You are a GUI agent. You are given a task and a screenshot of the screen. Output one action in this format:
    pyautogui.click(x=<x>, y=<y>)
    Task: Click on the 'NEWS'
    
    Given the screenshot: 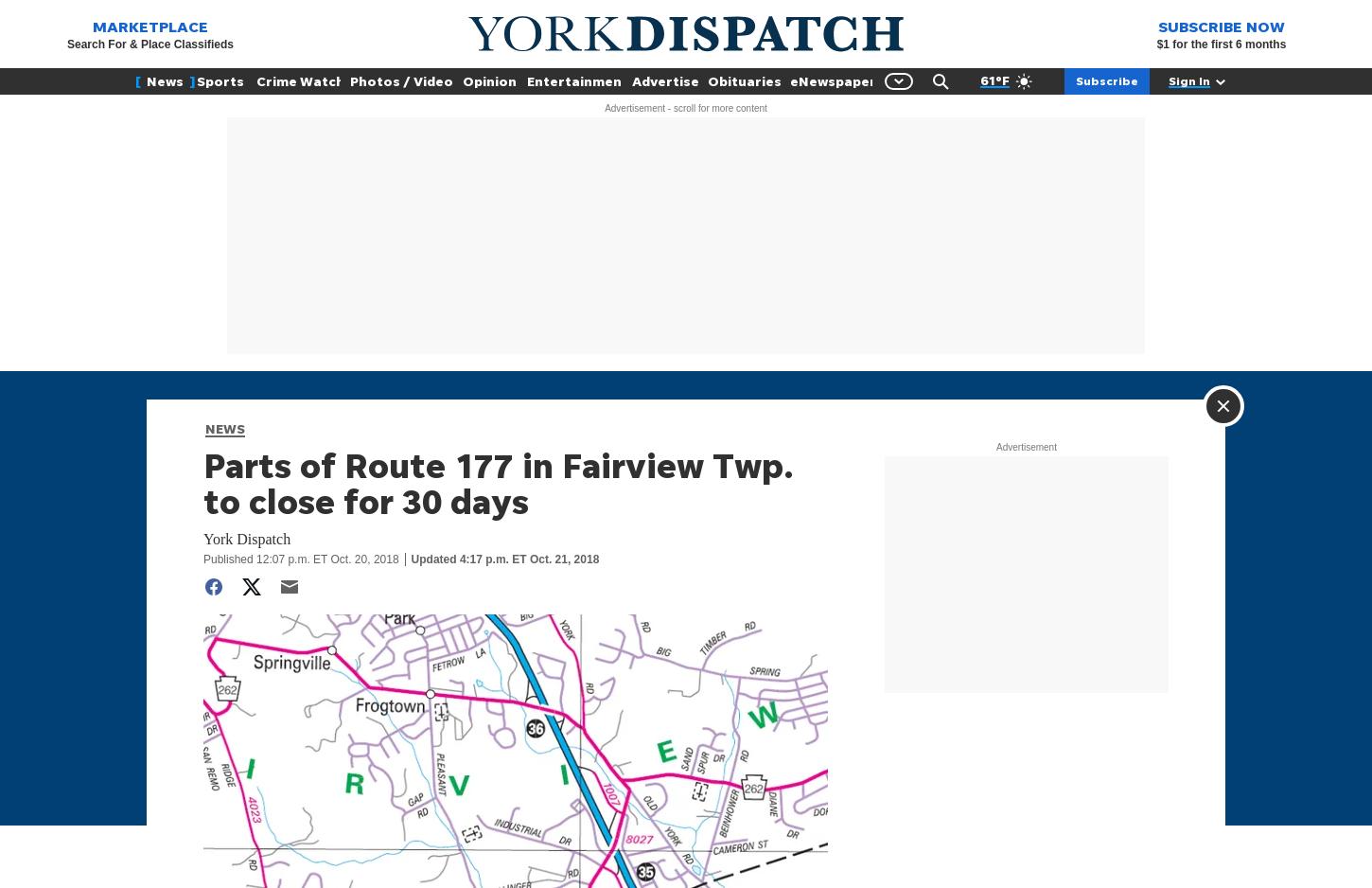 What is the action you would take?
    pyautogui.click(x=223, y=427)
    